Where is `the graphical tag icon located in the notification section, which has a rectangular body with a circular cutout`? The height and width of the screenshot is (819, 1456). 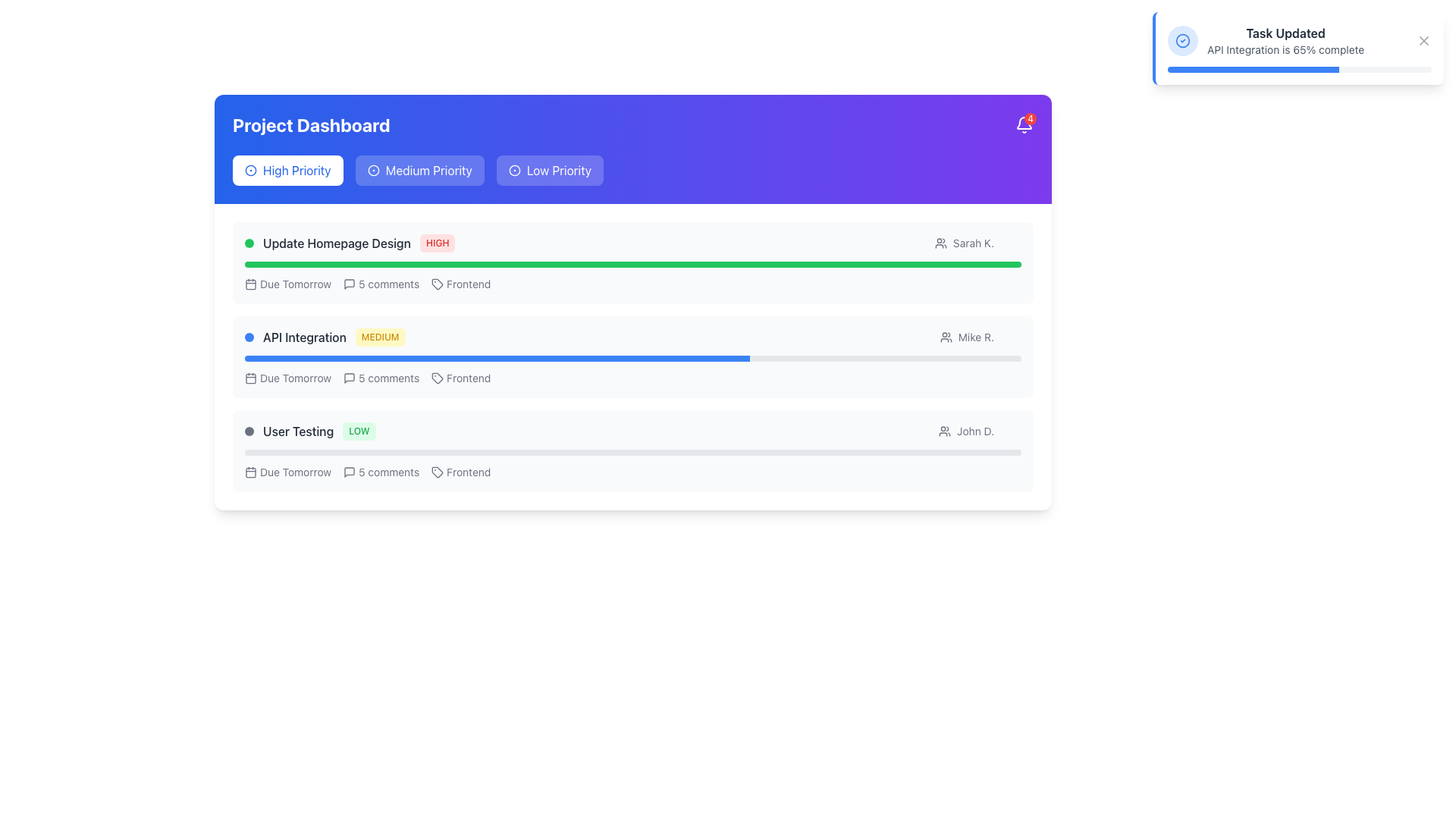 the graphical tag icon located in the notification section, which has a rectangular body with a circular cutout is located at coordinates (437, 472).